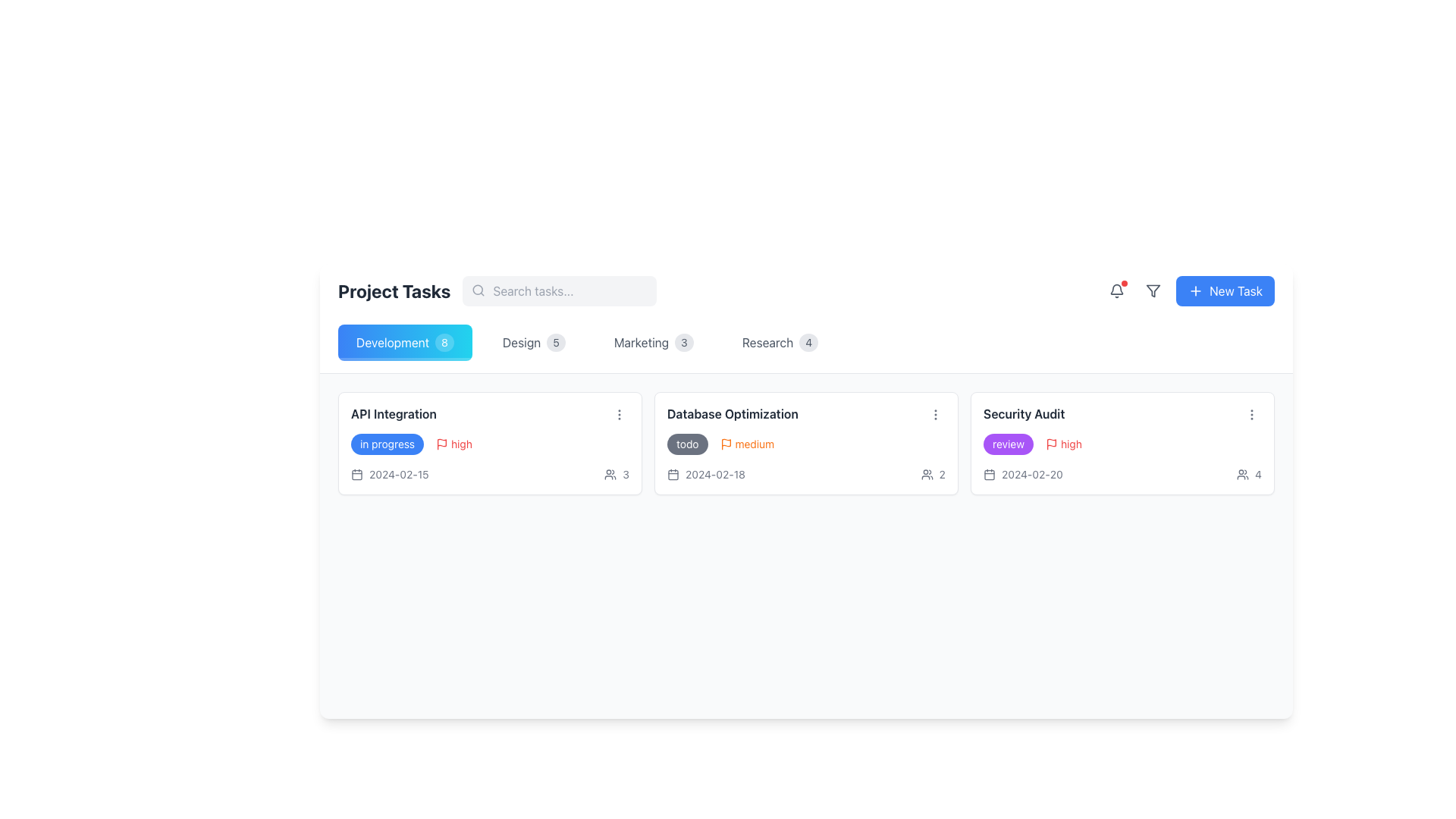 The height and width of the screenshot is (819, 1456). What do you see at coordinates (1062, 444) in the screenshot?
I see `the high priority indicator text with icon located in the 'Security Audit' card, positioned below the 'review' label and aligned horizontally` at bounding box center [1062, 444].